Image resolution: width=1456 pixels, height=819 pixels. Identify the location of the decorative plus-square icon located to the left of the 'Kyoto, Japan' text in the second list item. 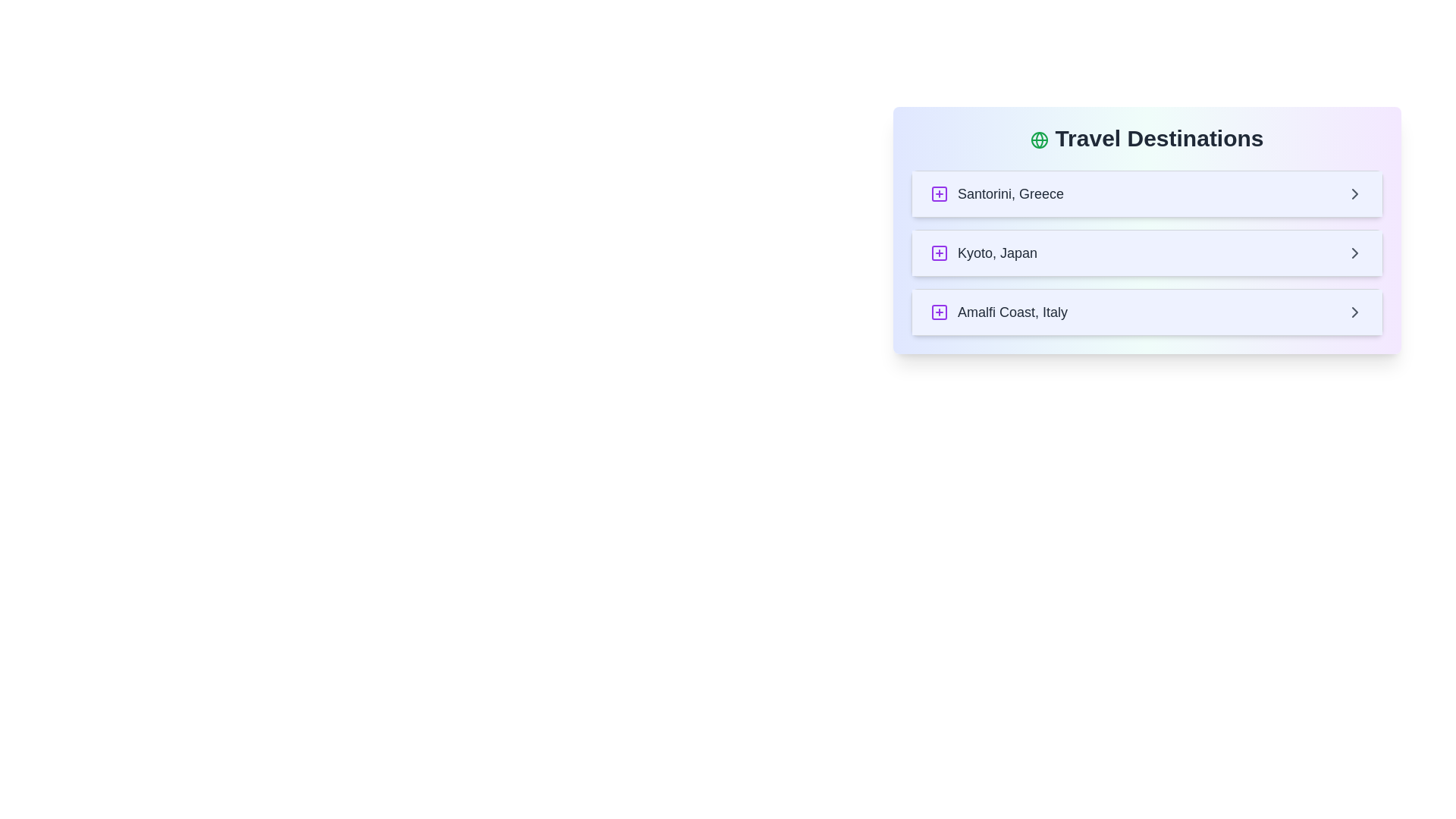
(938, 253).